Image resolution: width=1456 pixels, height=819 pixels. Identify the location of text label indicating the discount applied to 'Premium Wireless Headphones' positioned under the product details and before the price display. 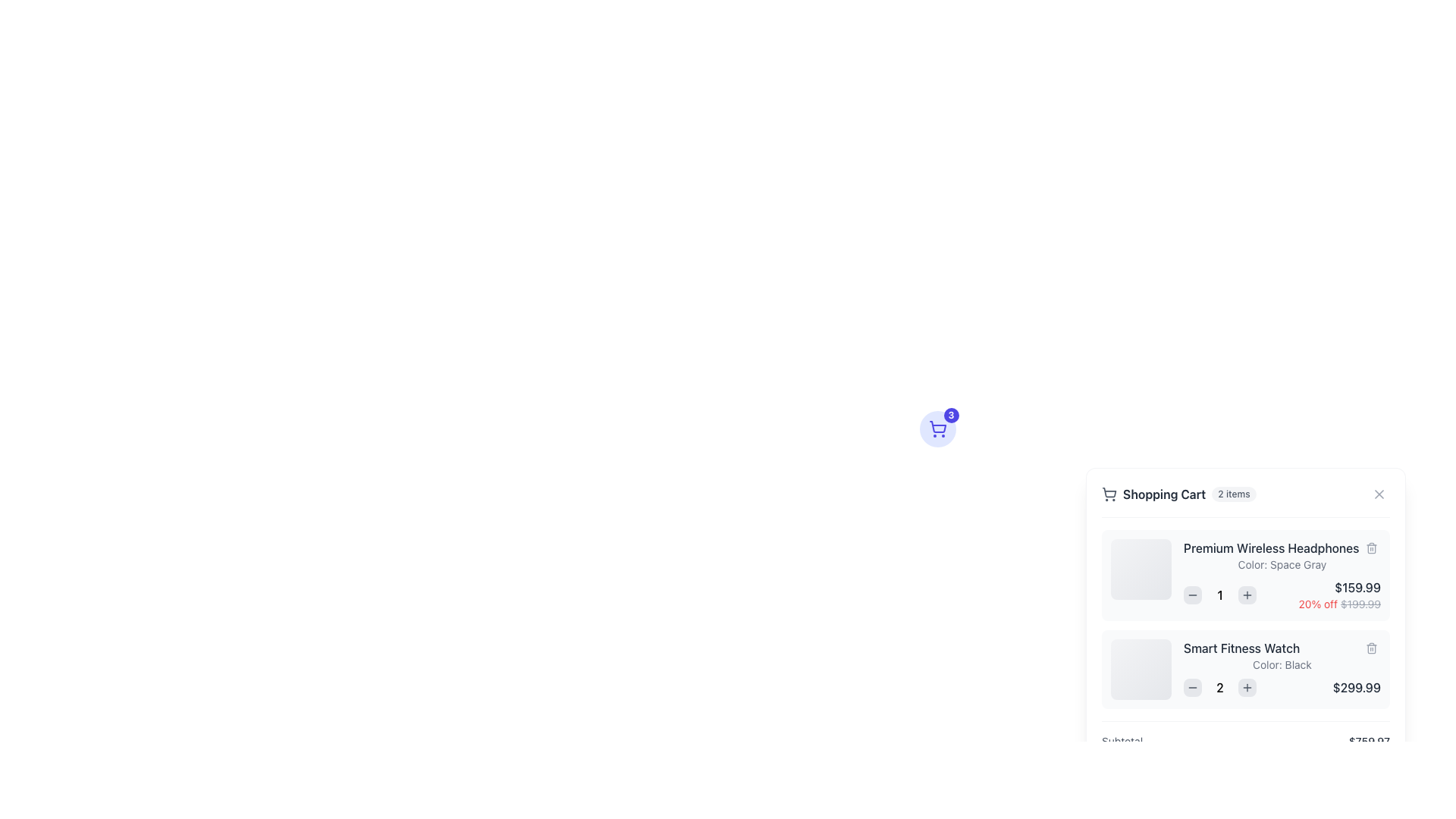
(1317, 603).